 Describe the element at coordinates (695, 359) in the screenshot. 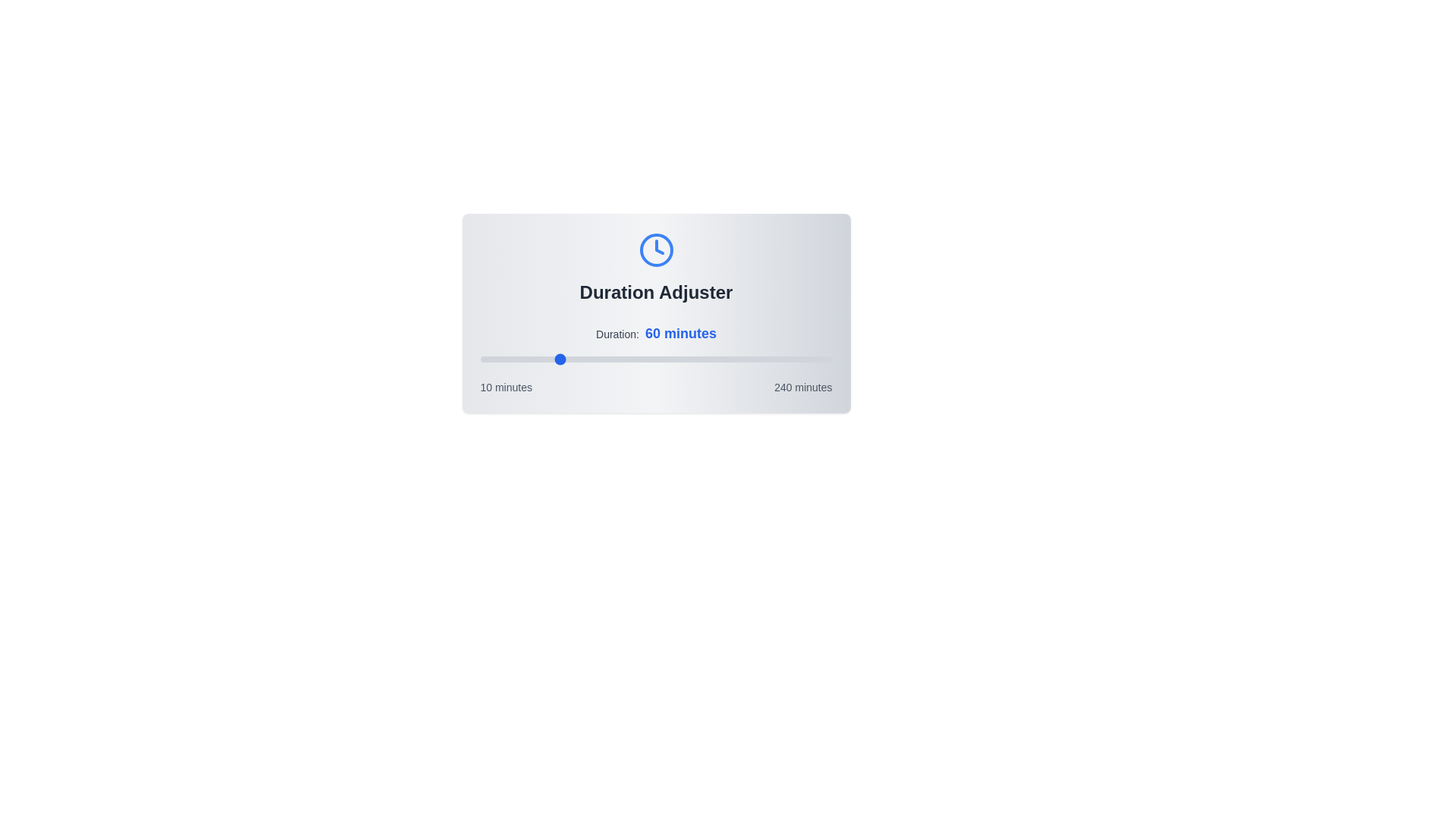

I see `the duration slider to 151 minutes` at that location.